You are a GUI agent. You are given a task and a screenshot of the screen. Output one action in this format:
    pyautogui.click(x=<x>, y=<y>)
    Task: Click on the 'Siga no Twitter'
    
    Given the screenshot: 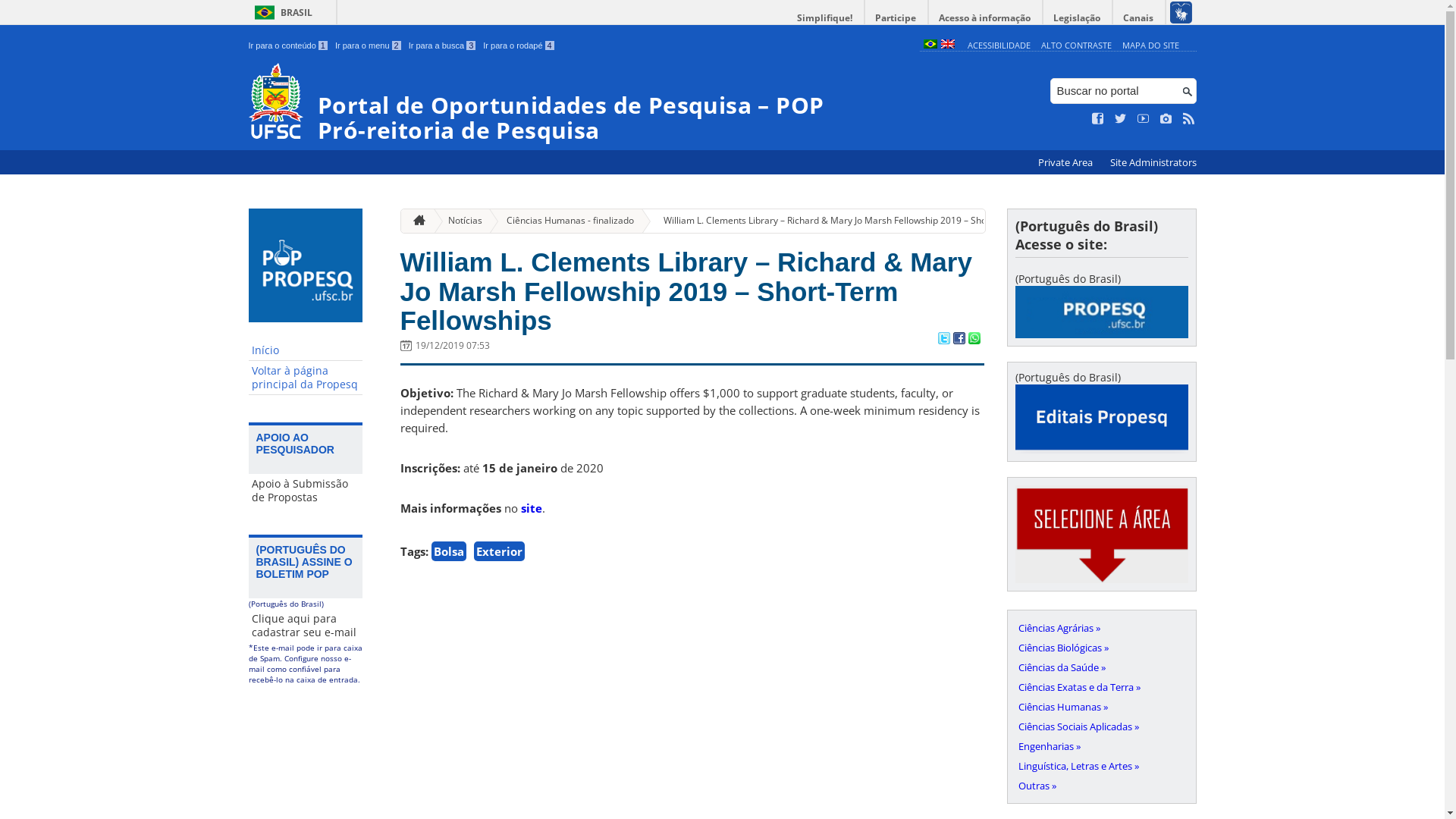 What is the action you would take?
    pyautogui.click(x=1121, y=118)
    